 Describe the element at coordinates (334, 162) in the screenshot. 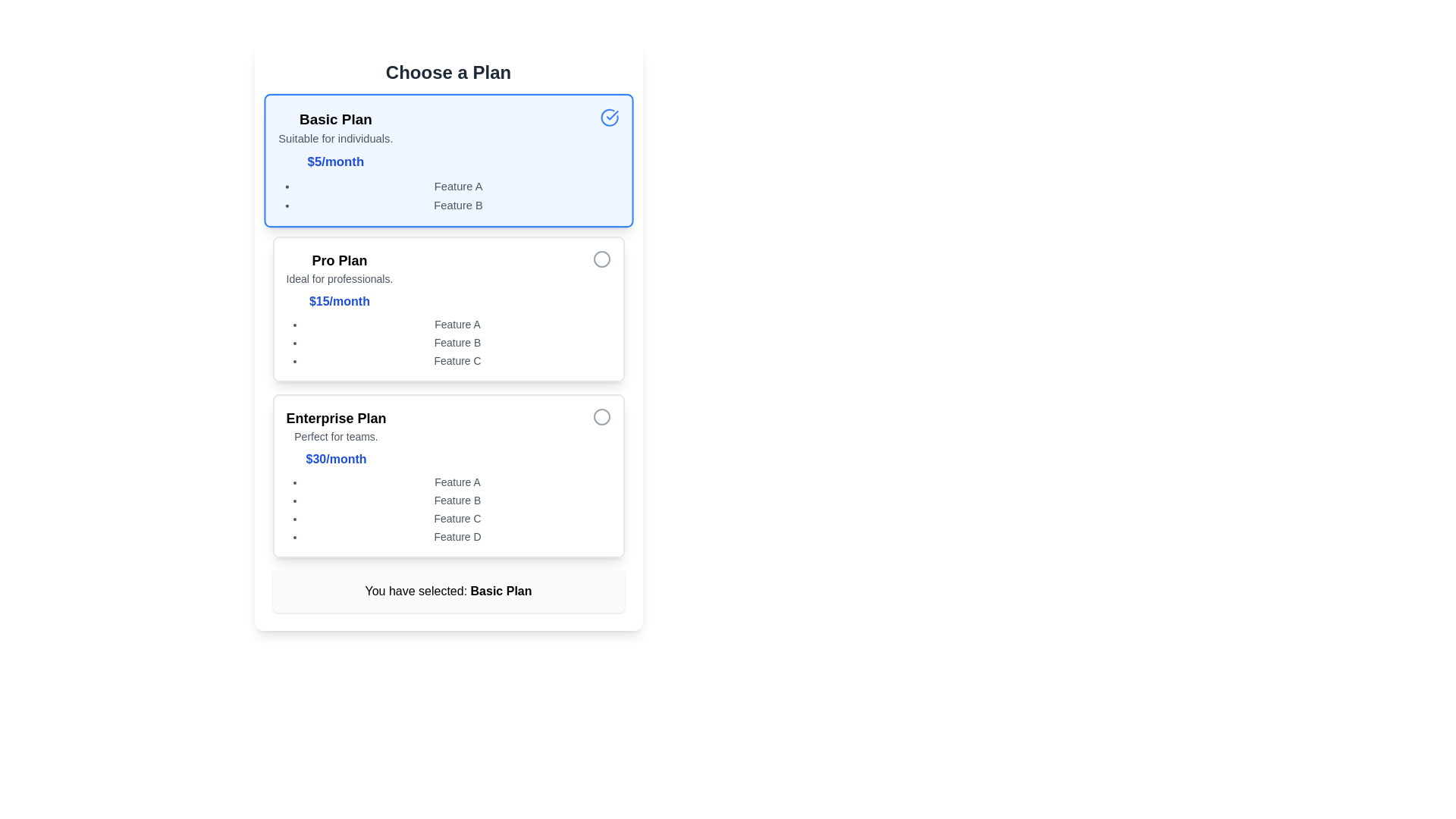

I see `the Text label indicating the monthly cost of the 'Basic Plan' subscription, which is located below 'Suitable for individuals.' and above the feature list bullets` at that location.